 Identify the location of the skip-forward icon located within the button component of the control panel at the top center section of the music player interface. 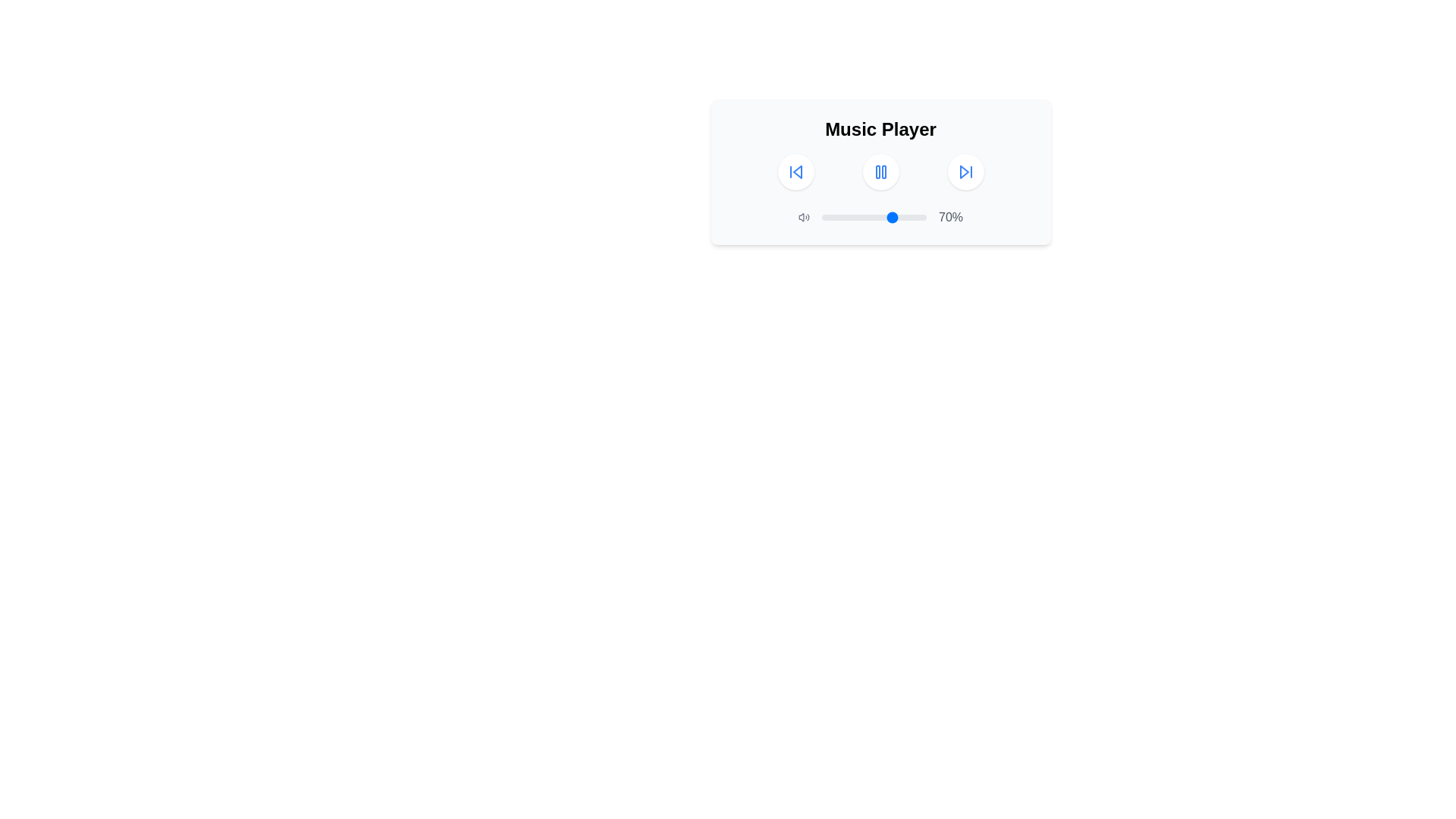
(963, 171).